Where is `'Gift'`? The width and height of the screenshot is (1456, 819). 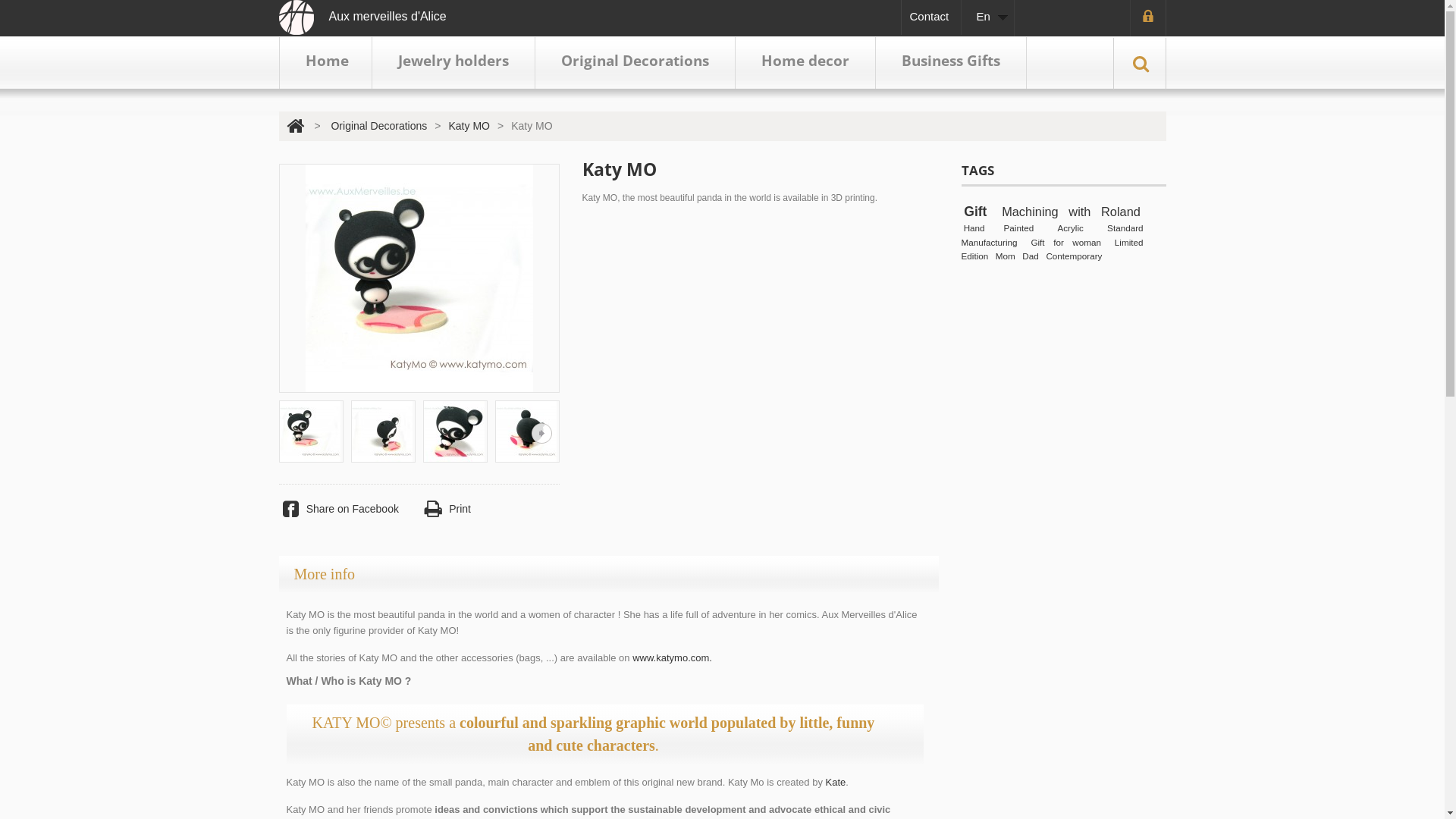
'Gift' is located at coordinates (961, 212).